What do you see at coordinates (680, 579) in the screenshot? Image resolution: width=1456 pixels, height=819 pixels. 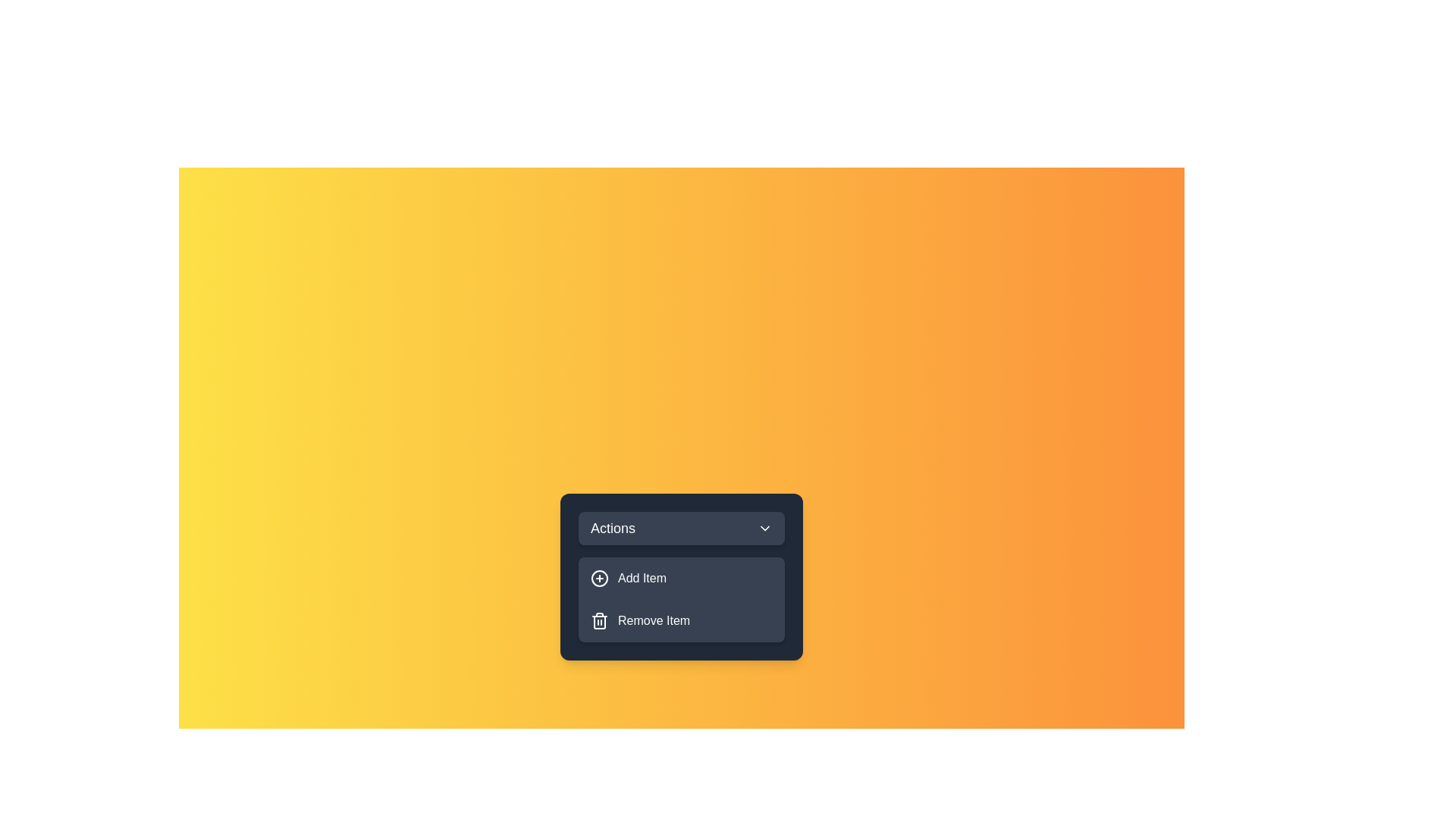 I see `the 'Add Item' option in the menu` at bounding box center [680, 579].